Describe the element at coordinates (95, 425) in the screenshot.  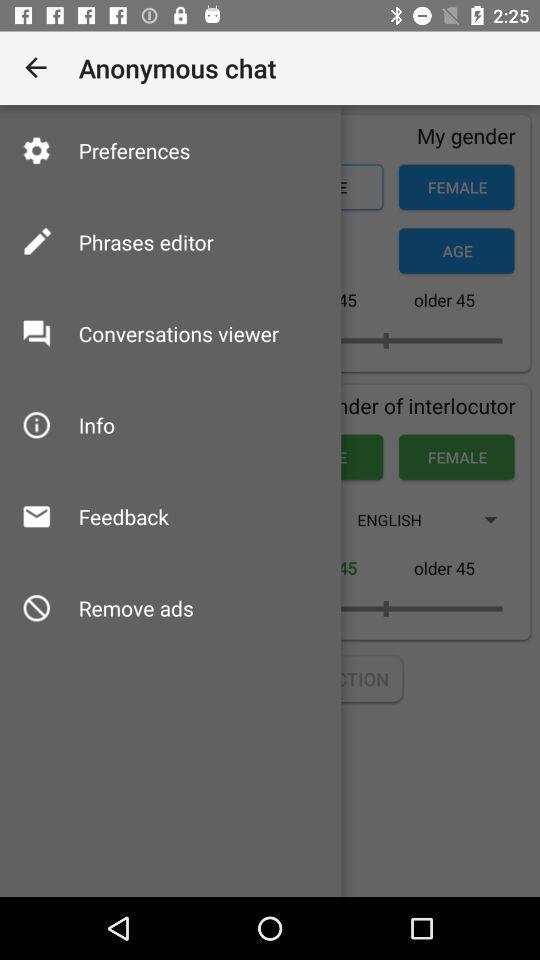
I see `item above feedback icon` at that location.